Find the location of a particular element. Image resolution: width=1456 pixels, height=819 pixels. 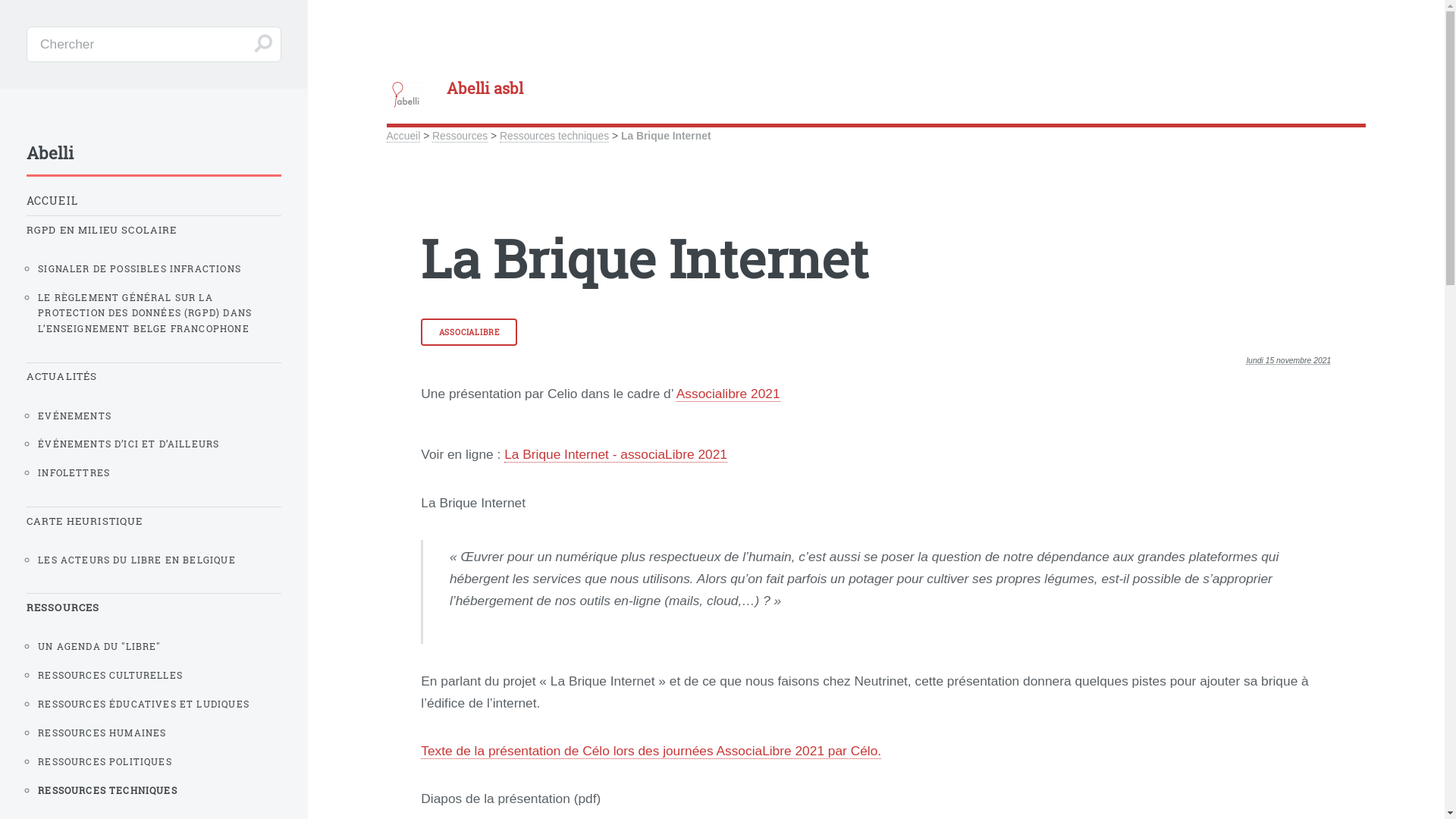

'RESSOURCES HUMAINES' is located at coordinates (37, 732).